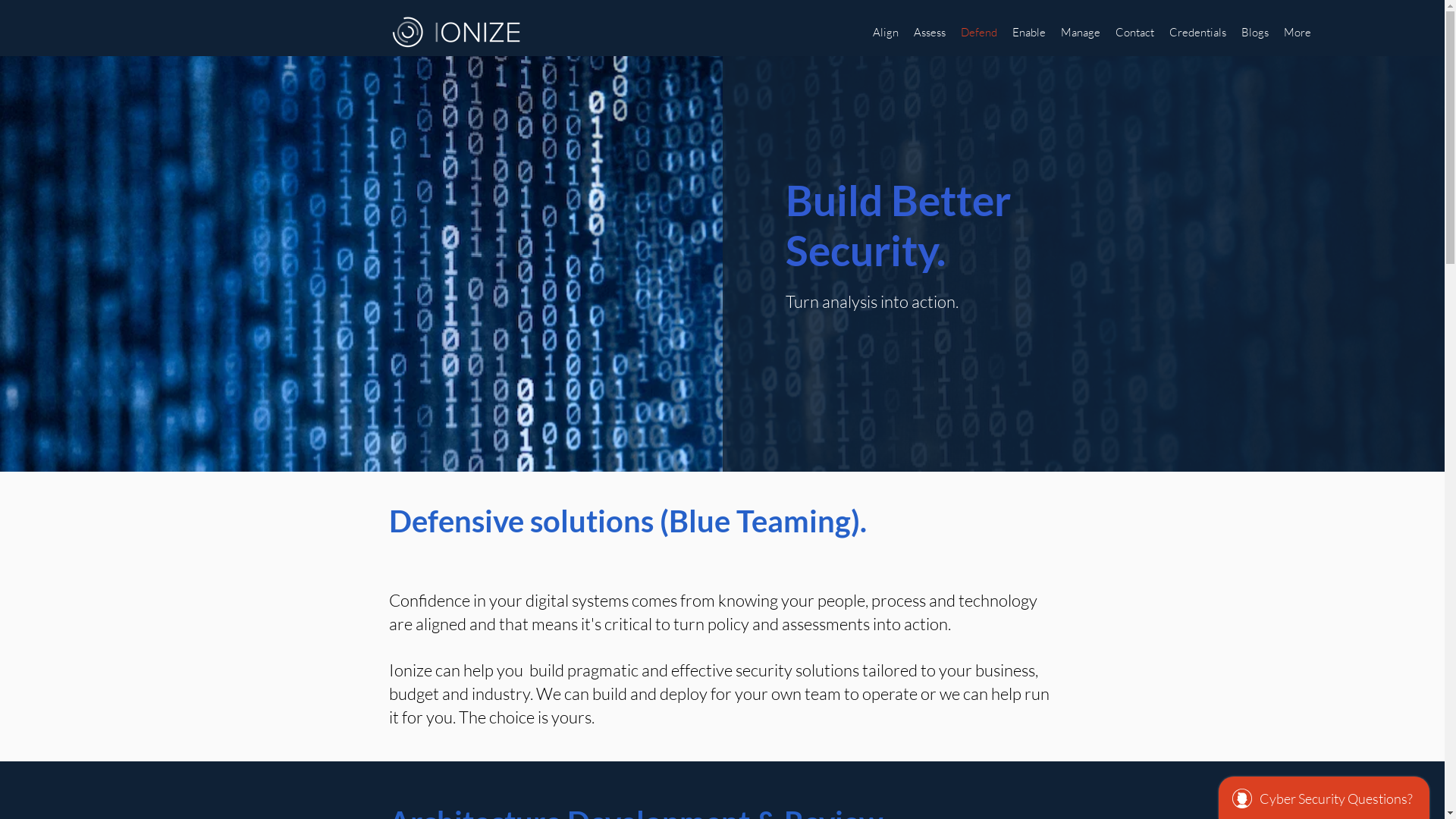 The height and width of the screenshot is (819, 1456). What do you see at coordinates (1197, 32) in the screenshot?
I see `'Credentials'` at bounding box center [1197, 32].